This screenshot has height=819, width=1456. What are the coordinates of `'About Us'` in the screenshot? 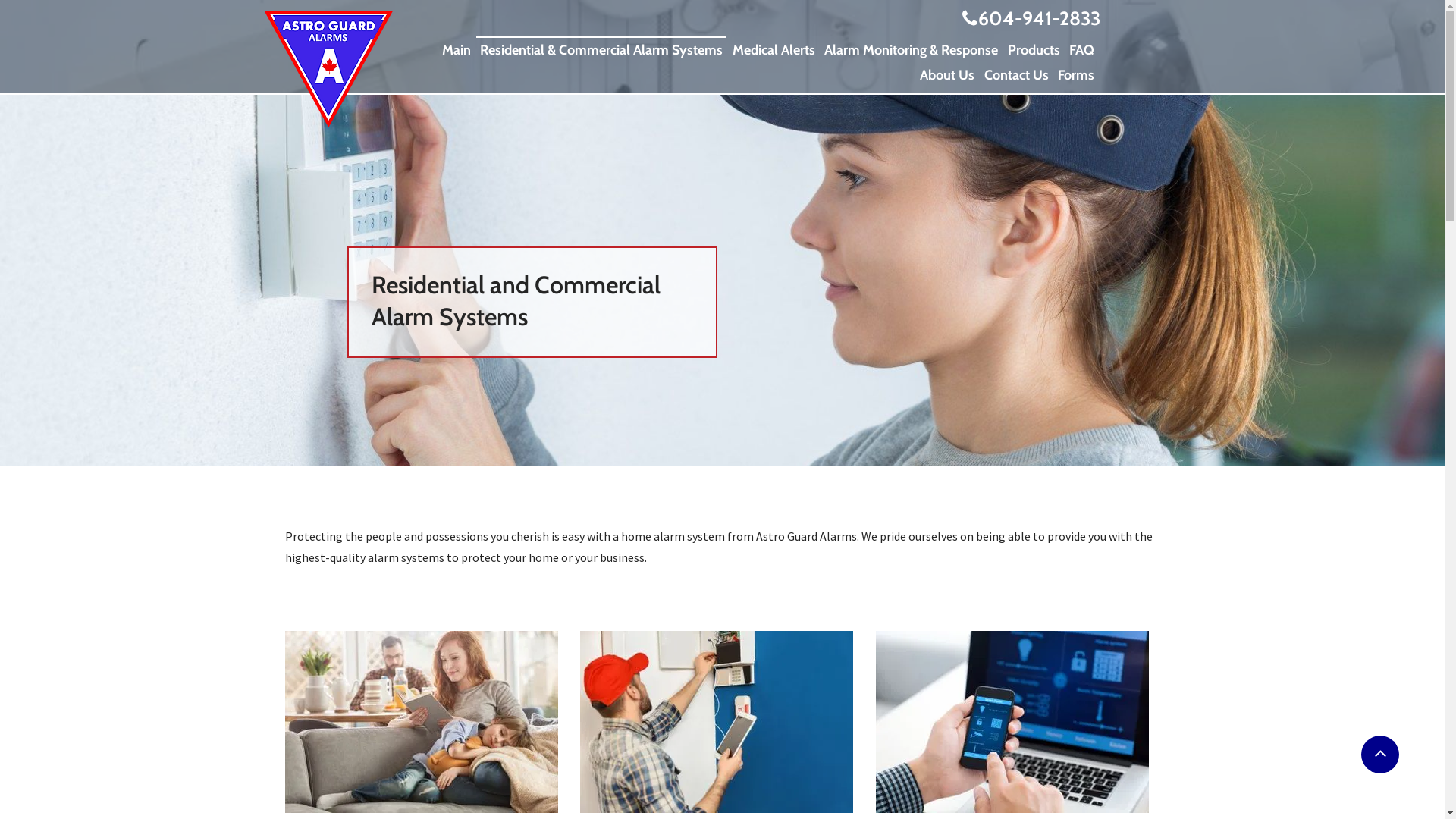 It's located at (946, 73).